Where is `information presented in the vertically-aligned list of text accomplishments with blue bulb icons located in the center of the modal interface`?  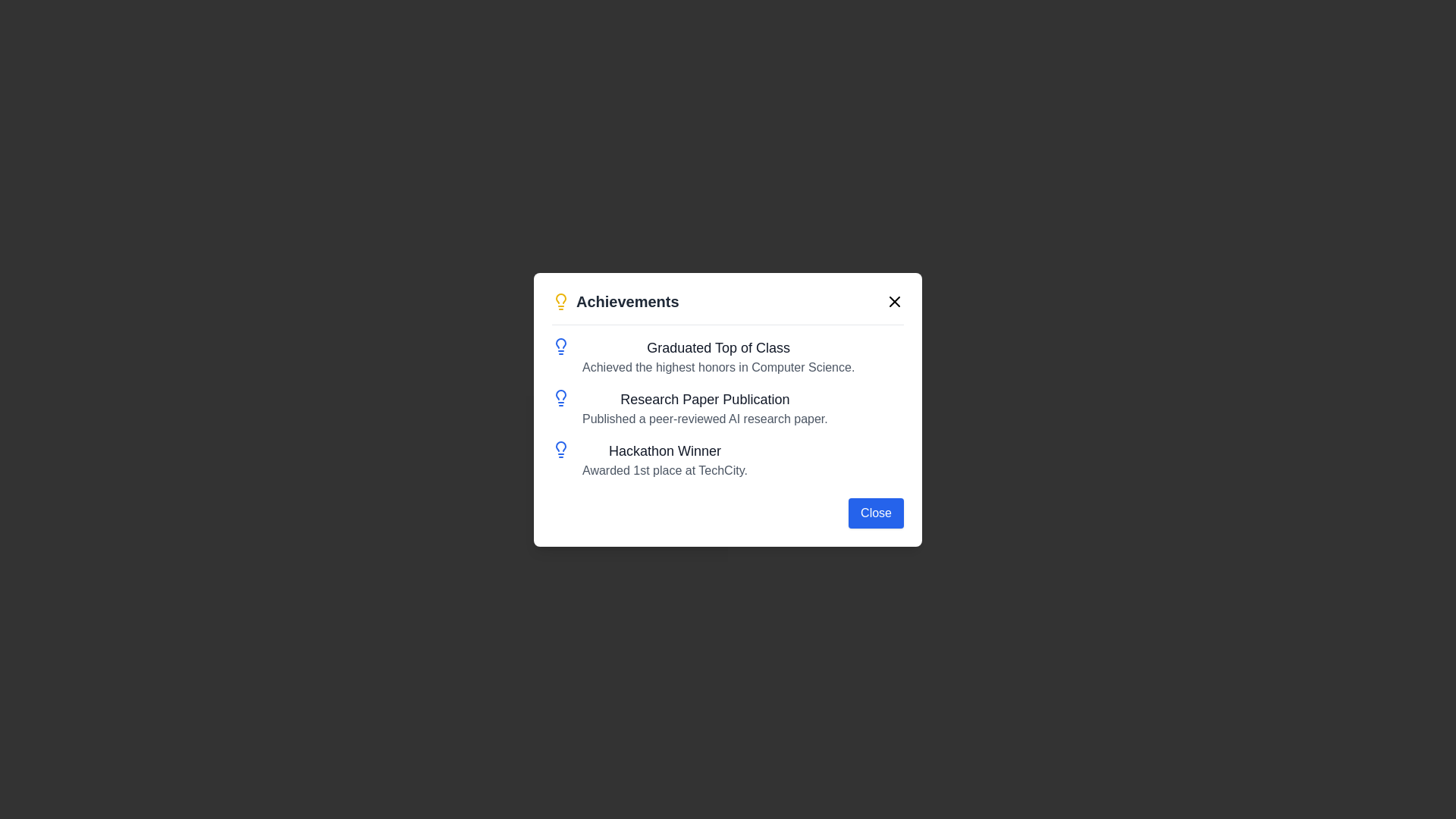 information presented in the vertically-aligned list of text accomplishments with blue bulb icons located in the center of the modal interface is located at coordinates (728, 406).